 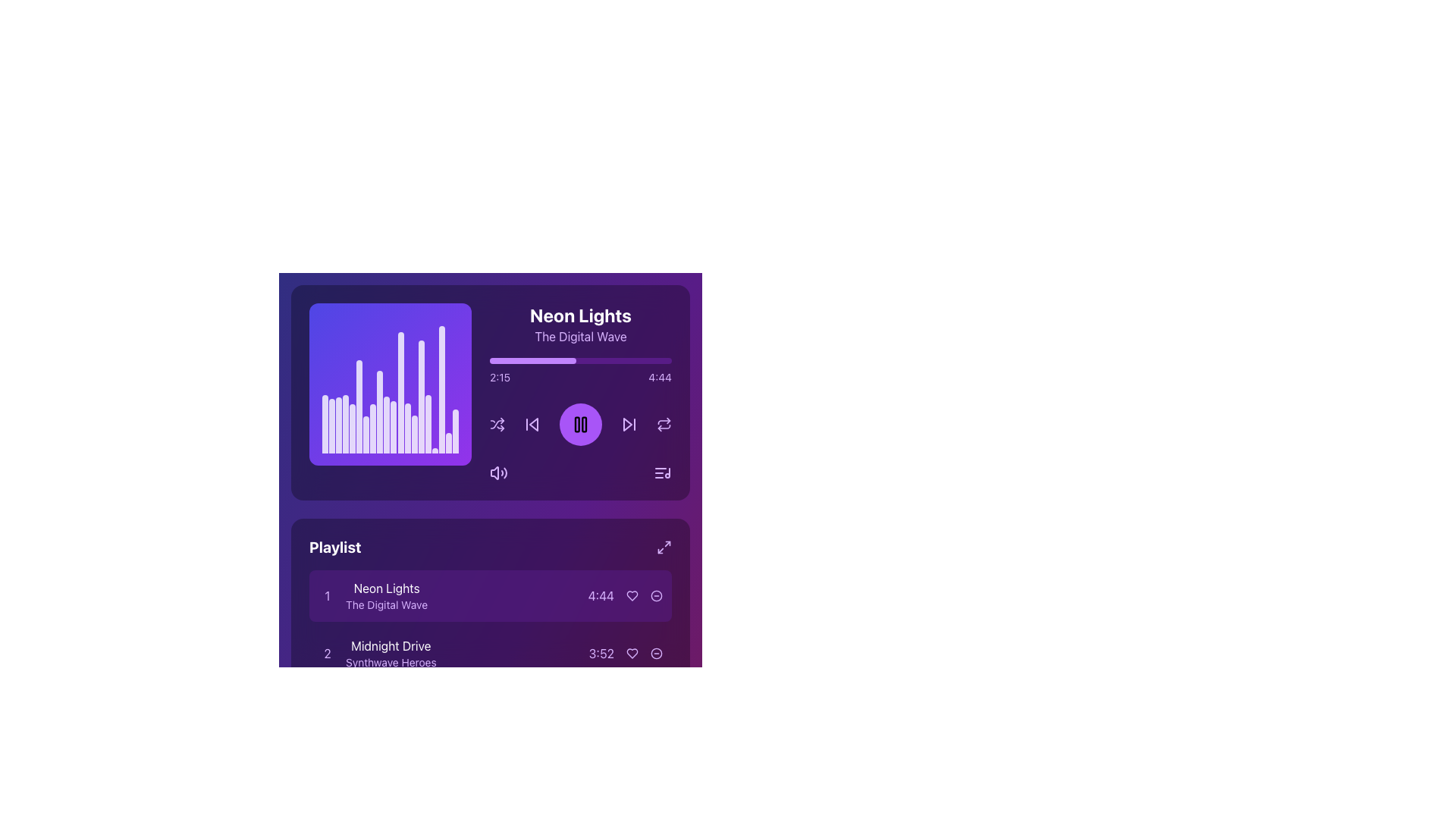 I want to click on the static text label that displays 'Playlist' in bold white font against a dark purple background, located at the upper-left area of the playlist panel, so click(x=334, y=547).